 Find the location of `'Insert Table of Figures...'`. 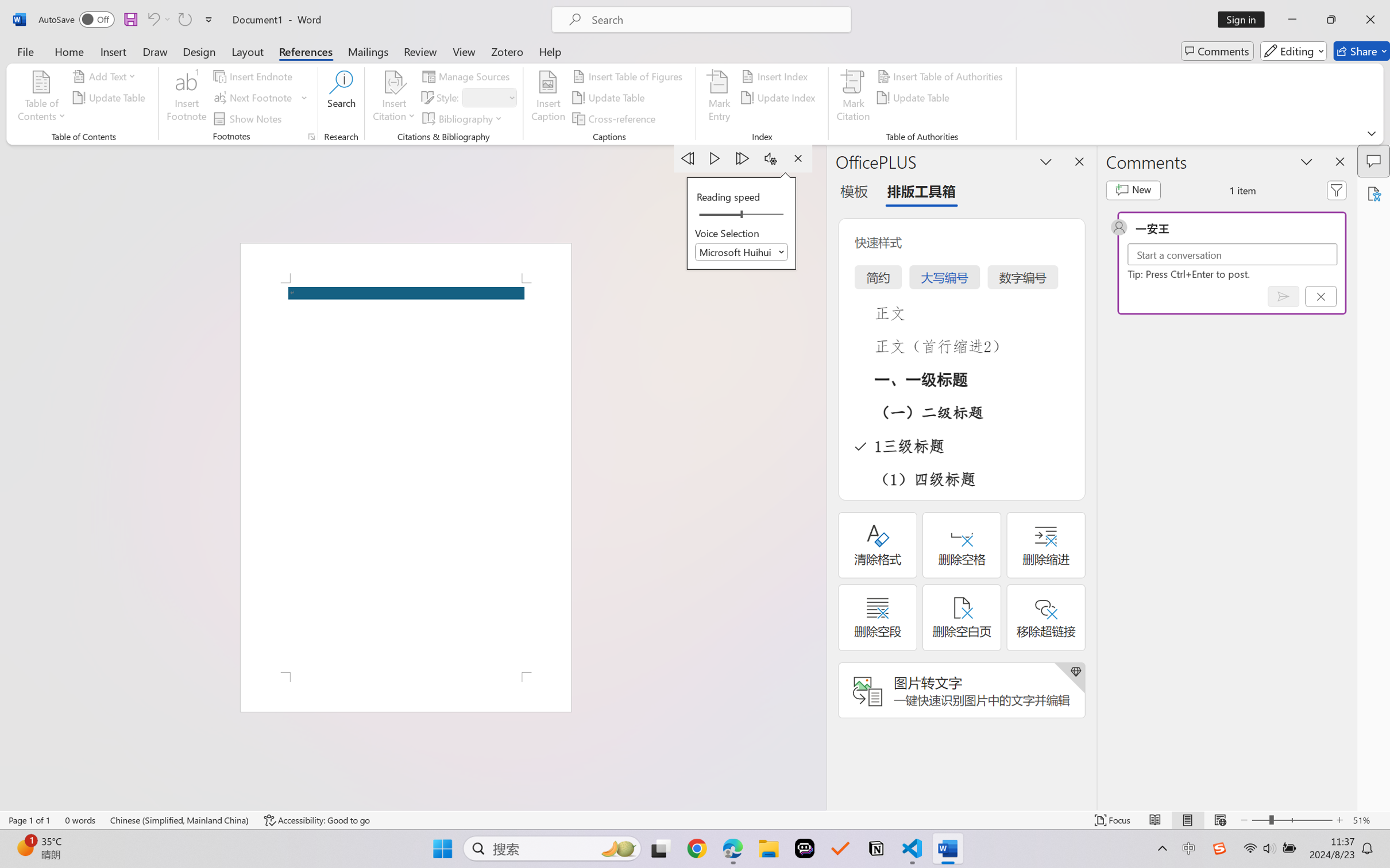

'Insert Table of Figures...' is located at coordinates (629, 75).